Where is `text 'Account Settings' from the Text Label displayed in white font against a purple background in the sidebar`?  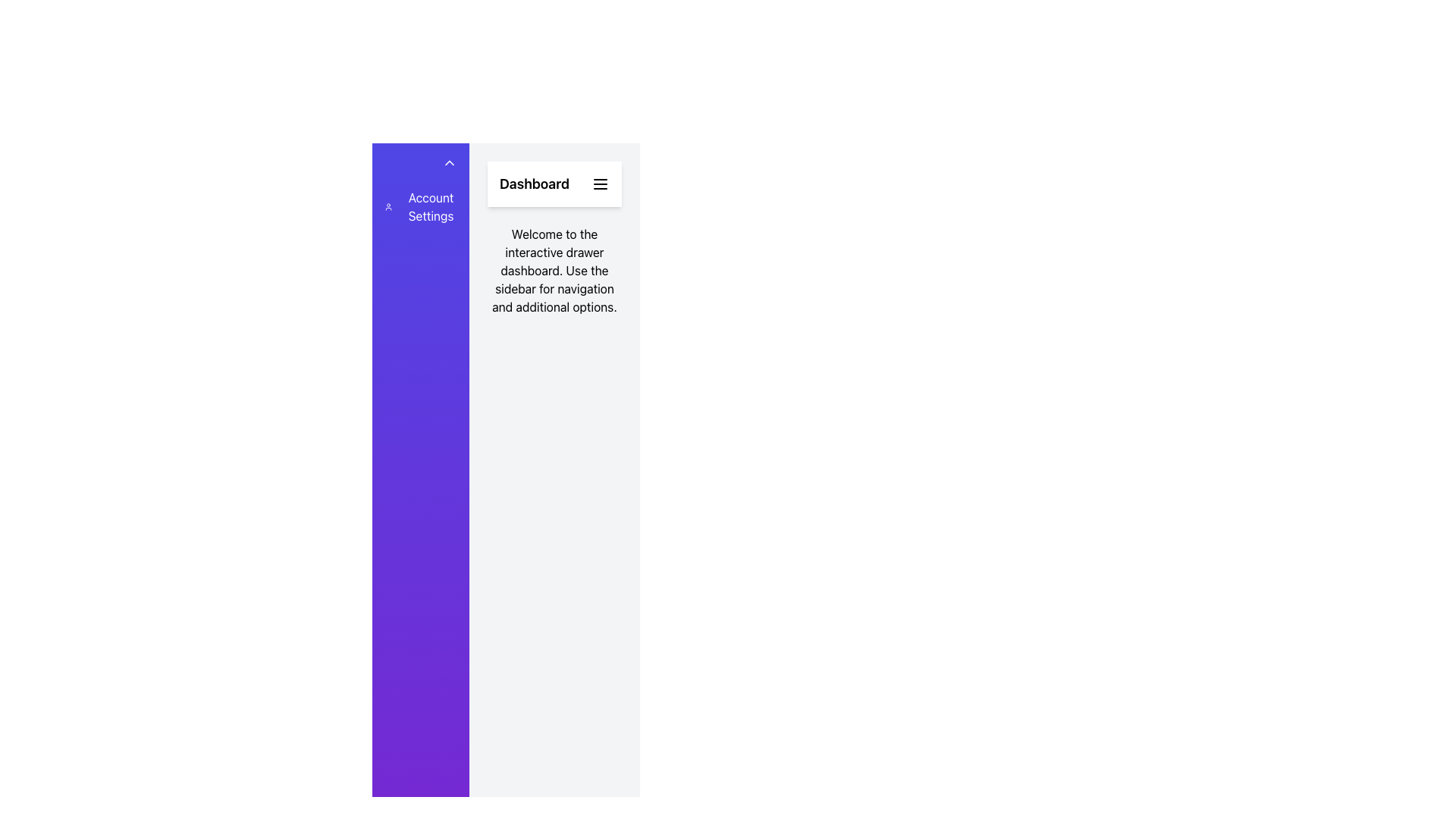 text 'Account Settings' from the Text Label displayed in white font against a purple background in the sidebar is located at coordinates (430, 207).